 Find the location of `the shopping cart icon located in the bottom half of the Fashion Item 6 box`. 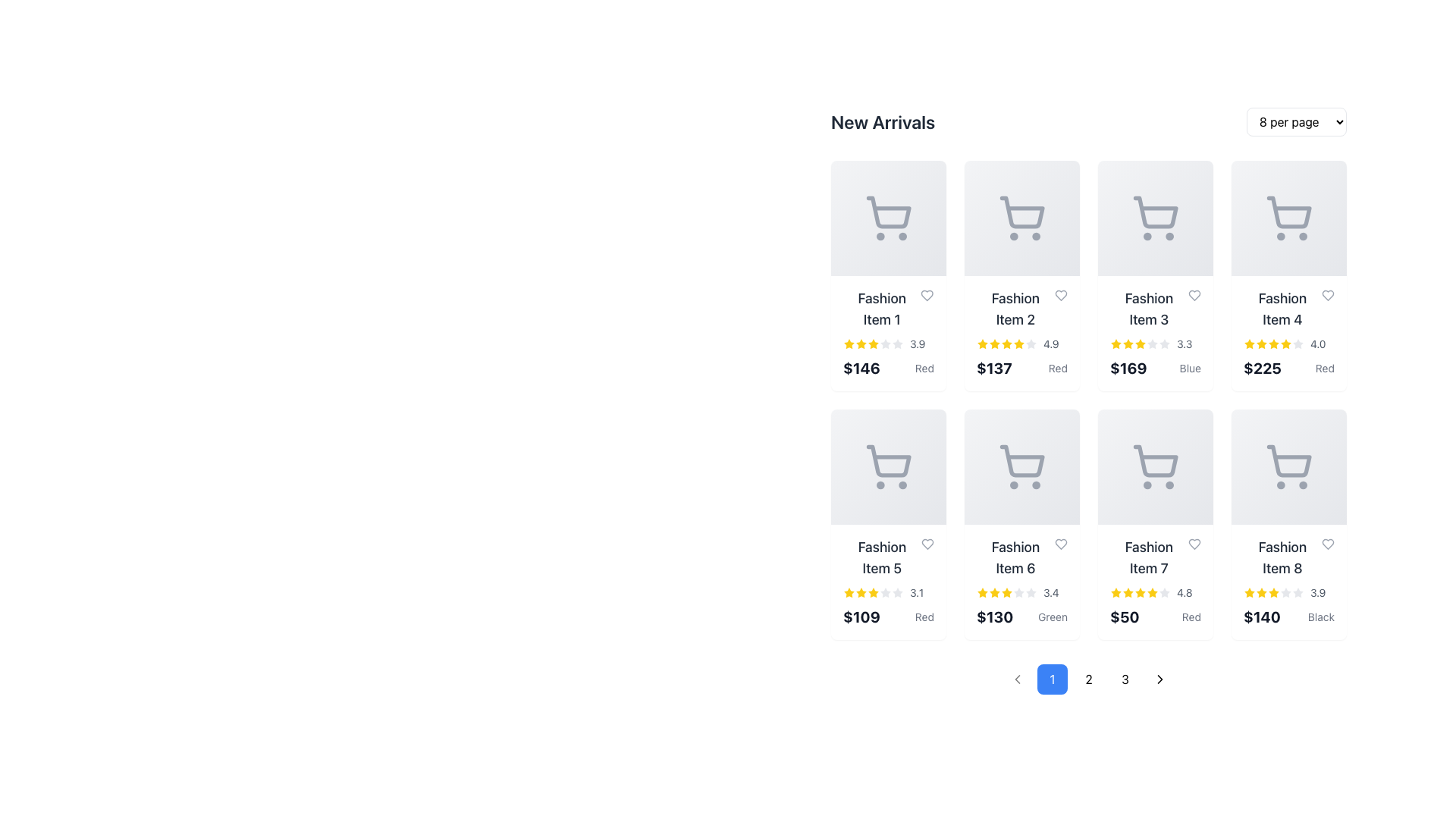

the shopping cart icon located in the bottom half of the Fashion Item 6 box is located at coordinates (1022, 466).